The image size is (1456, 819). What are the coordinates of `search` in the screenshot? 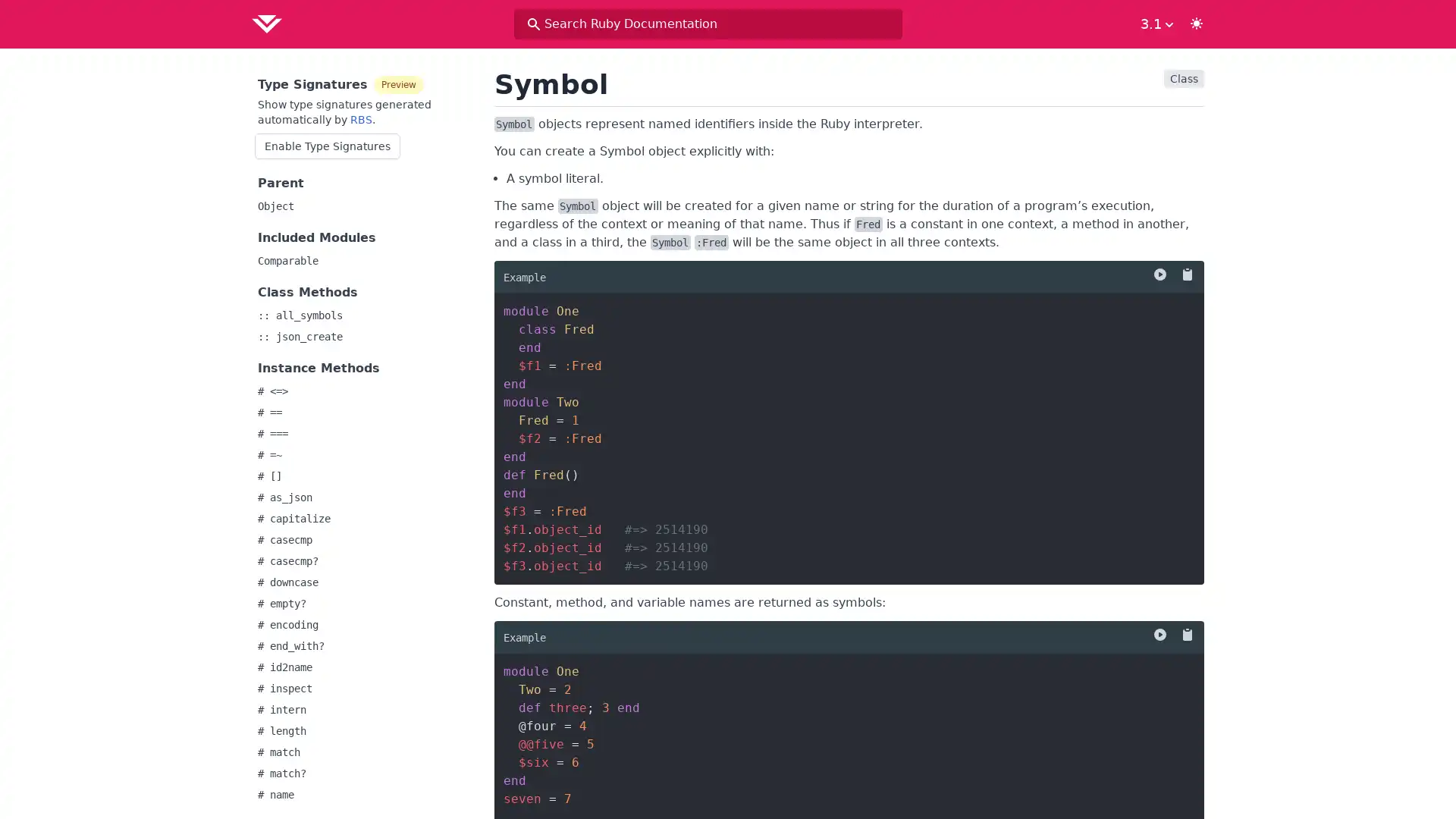 It's located at (534, 24).